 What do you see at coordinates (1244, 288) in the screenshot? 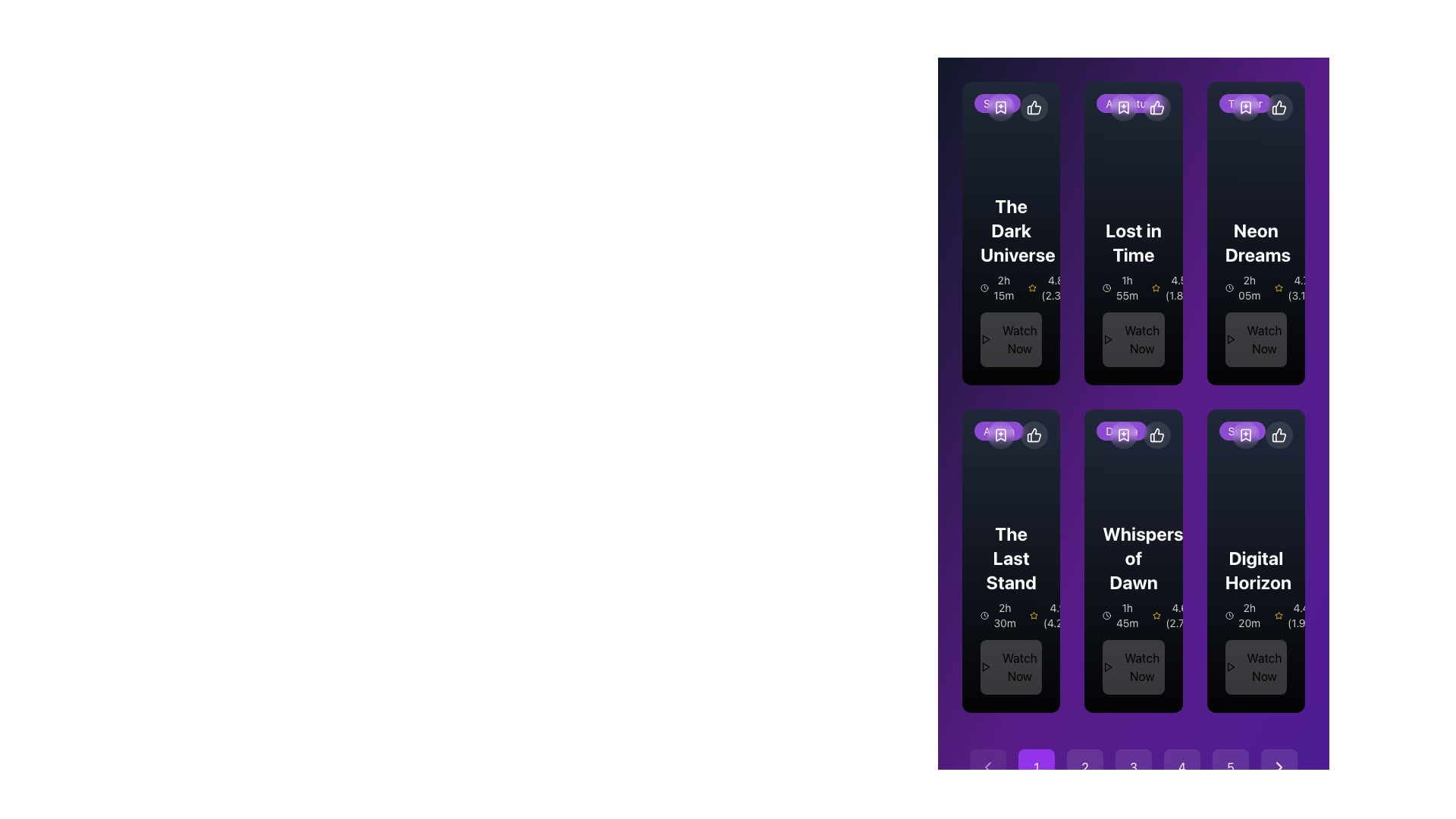
I see `the static text display for showing the duration of a media item, located in the third column of cards, preceding the rating text and star icon` at bounding box center [1244, 288].